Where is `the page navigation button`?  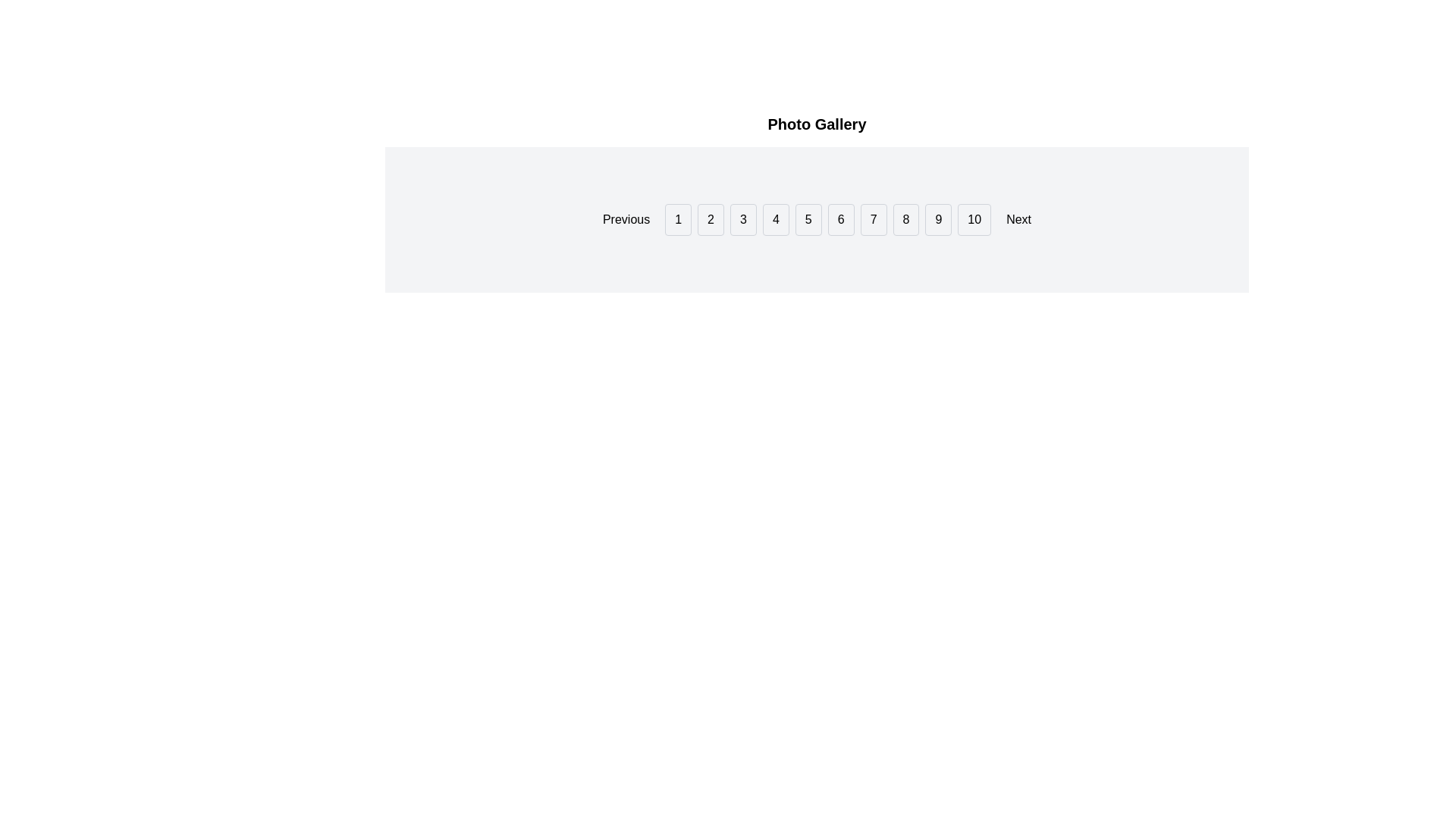 the page navigation button is located at coordinates (874, 219).